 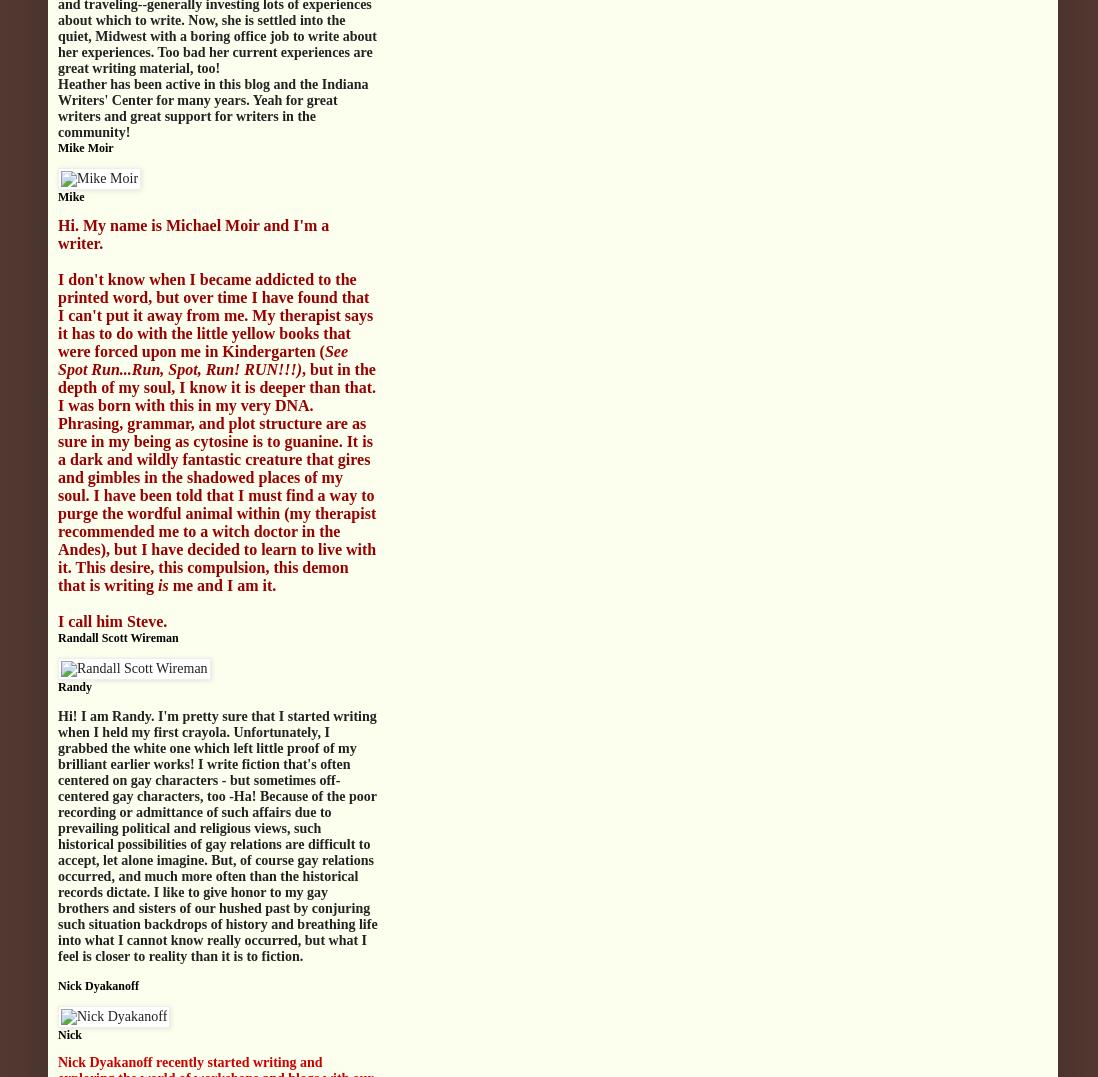 What do you see at coordinates (73, 685) in the screenshot?
I see `'Randy'` at bounding box center [73, 685].